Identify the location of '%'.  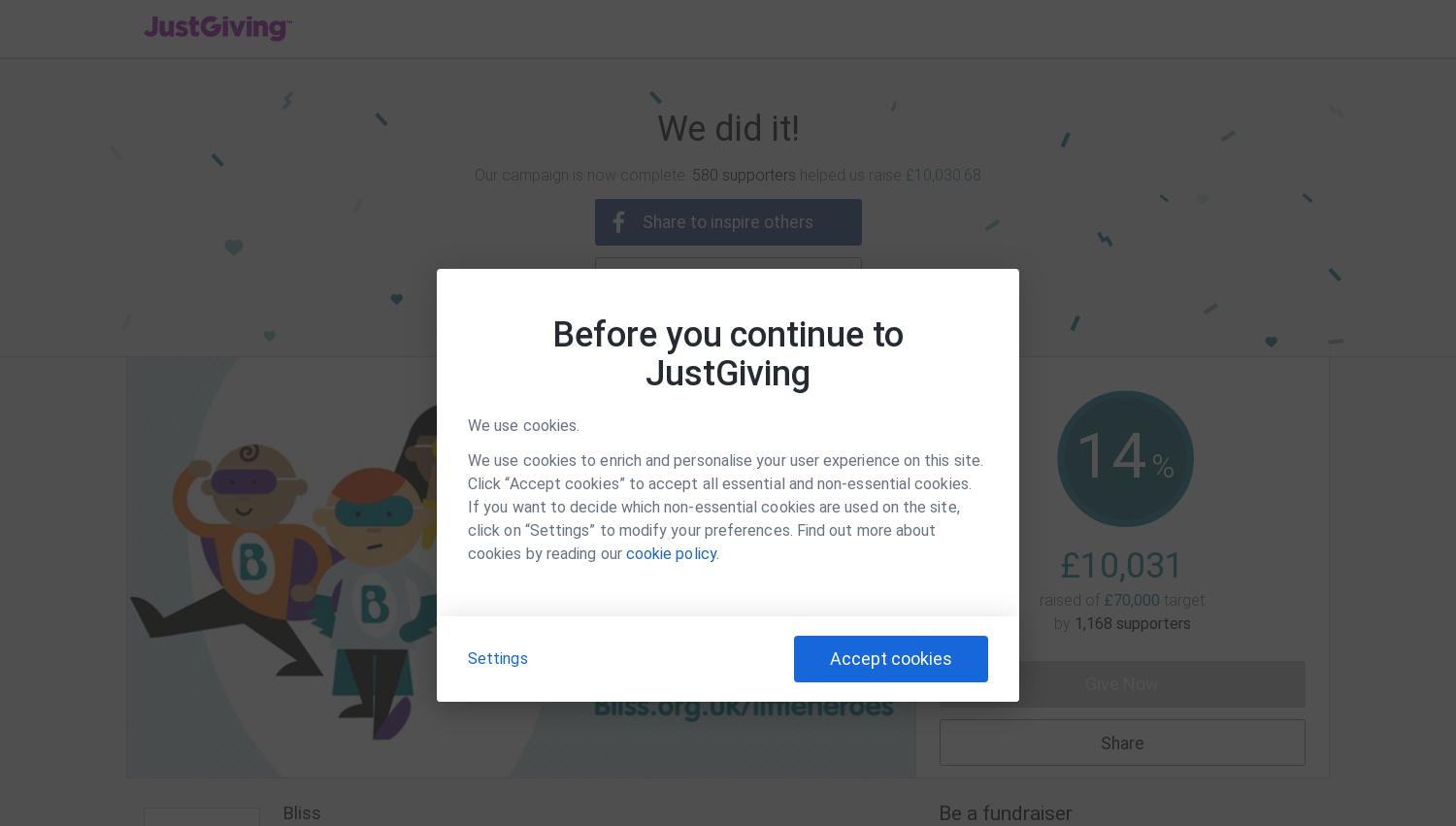
(1151, 464).